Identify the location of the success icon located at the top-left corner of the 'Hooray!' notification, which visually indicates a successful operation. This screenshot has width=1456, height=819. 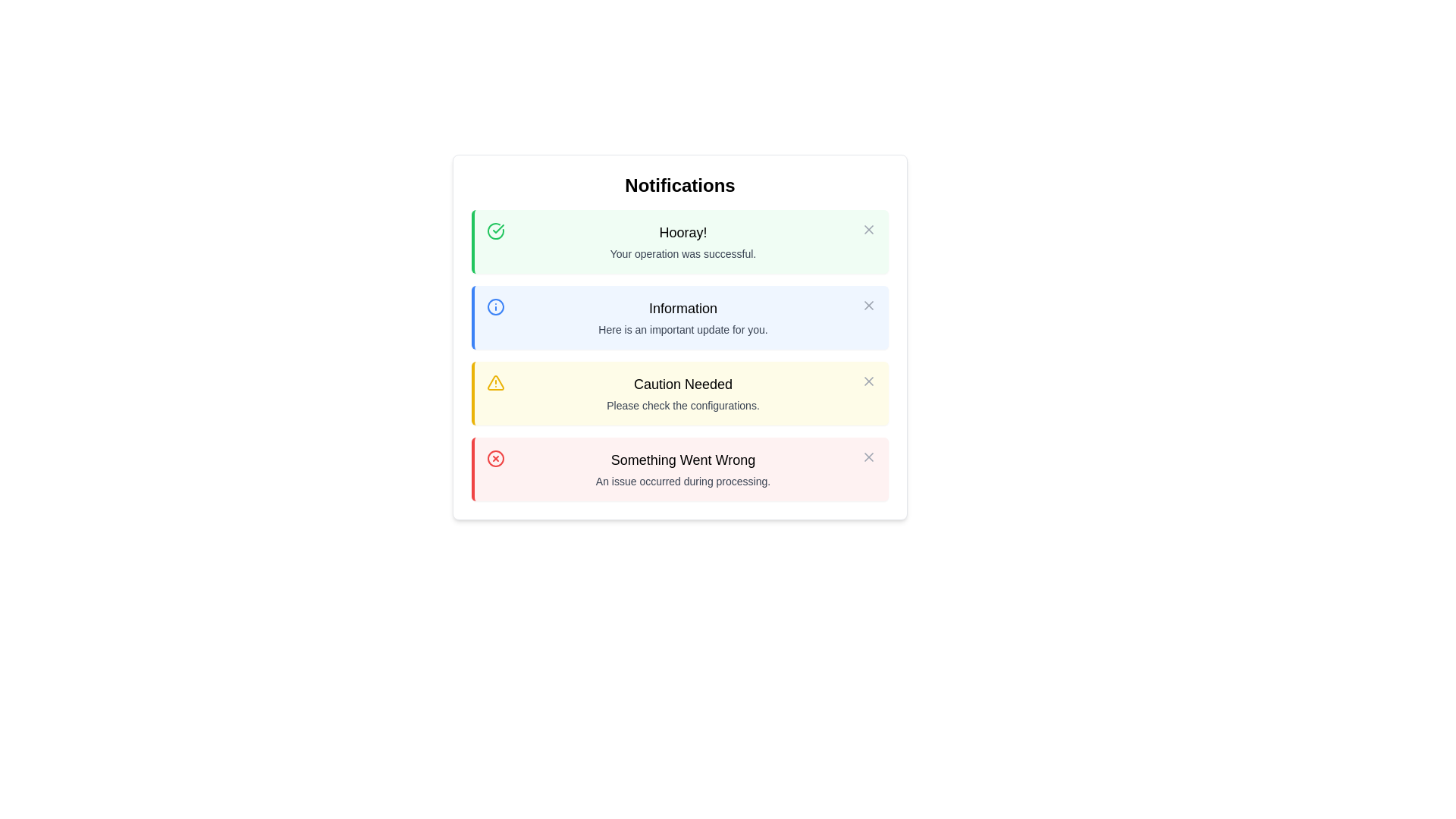
(495, 231).